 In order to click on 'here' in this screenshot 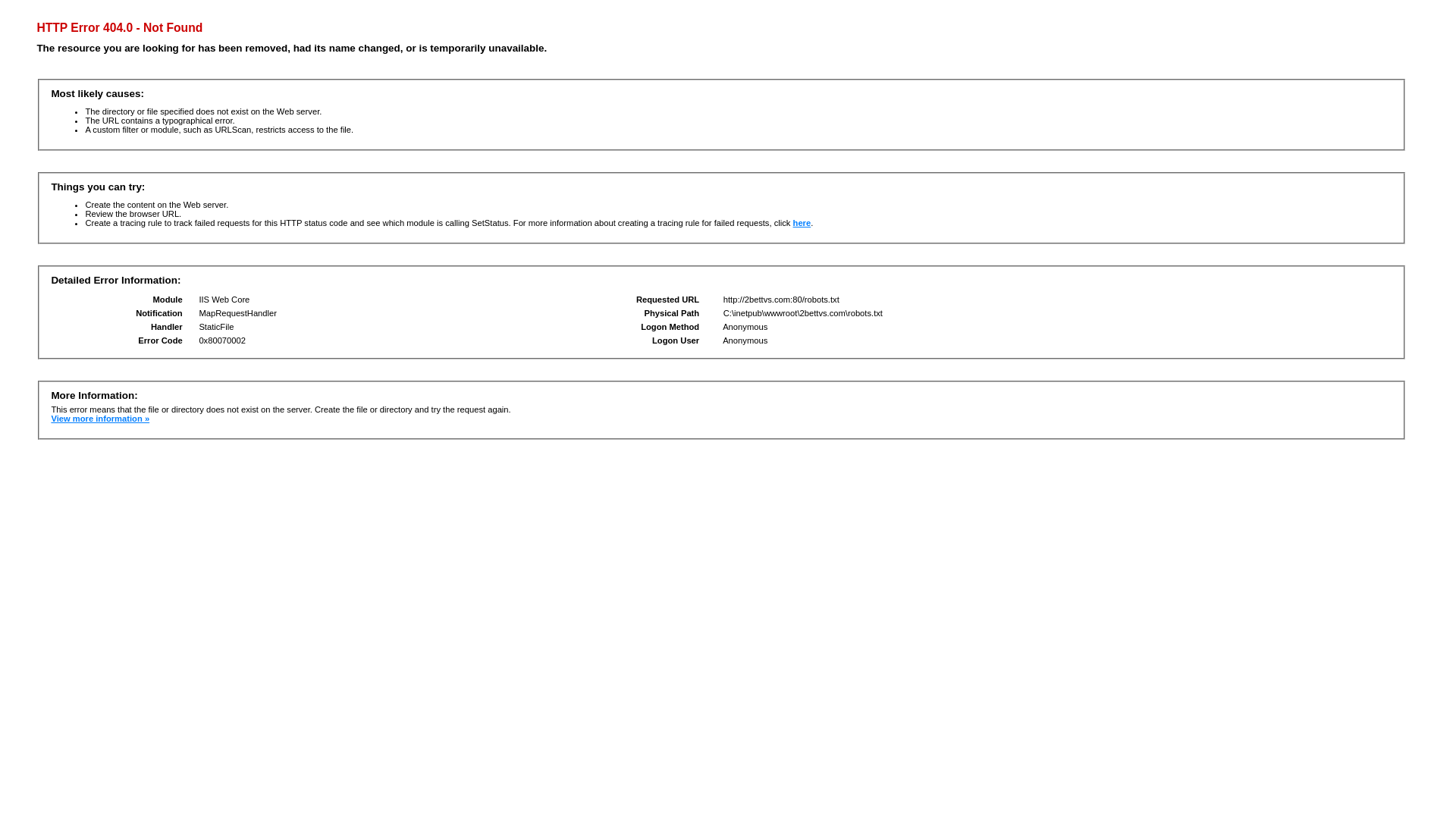, I will do `click(801, 222)`.